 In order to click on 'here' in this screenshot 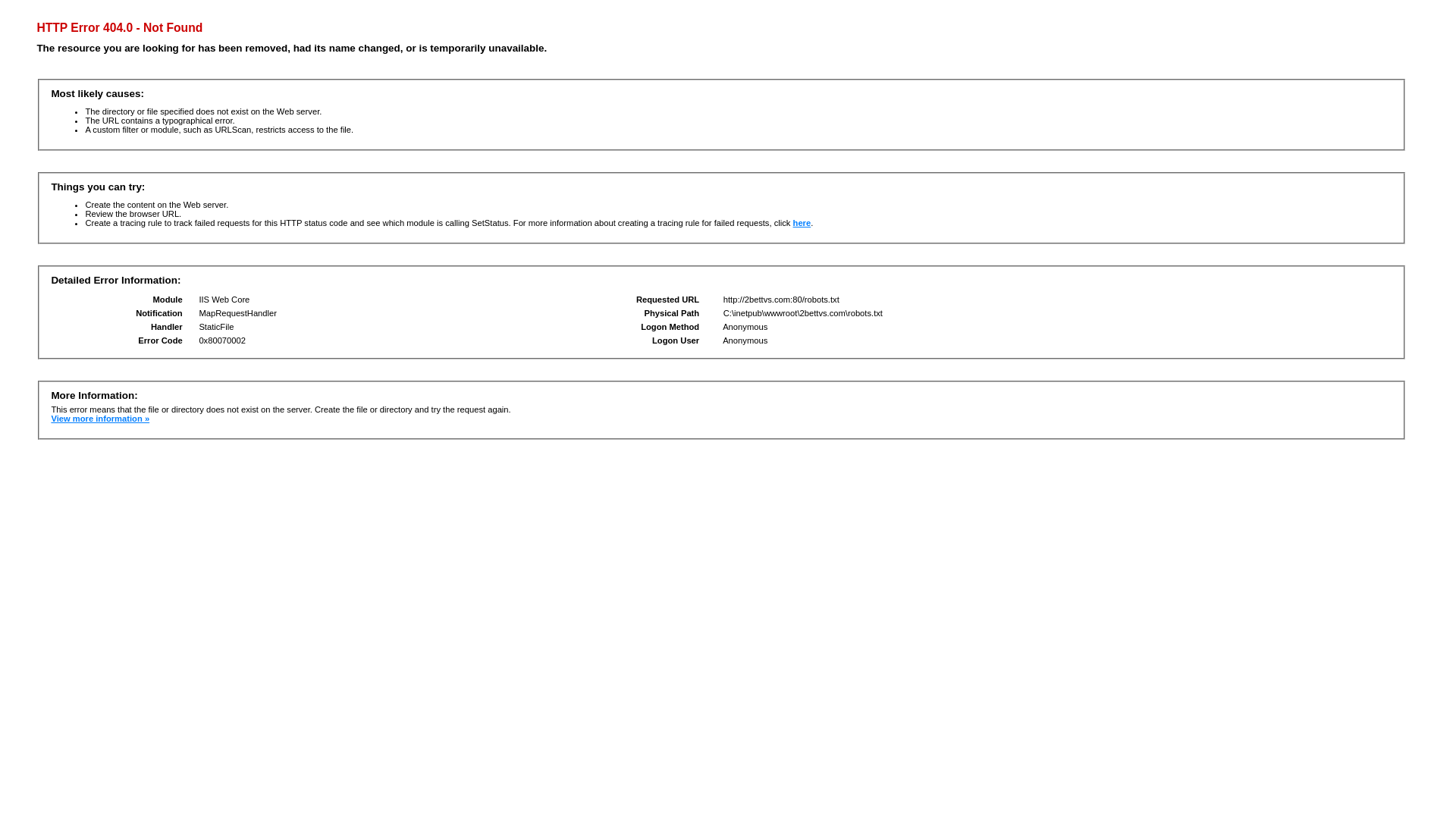, I will do `click(801, 222)`.